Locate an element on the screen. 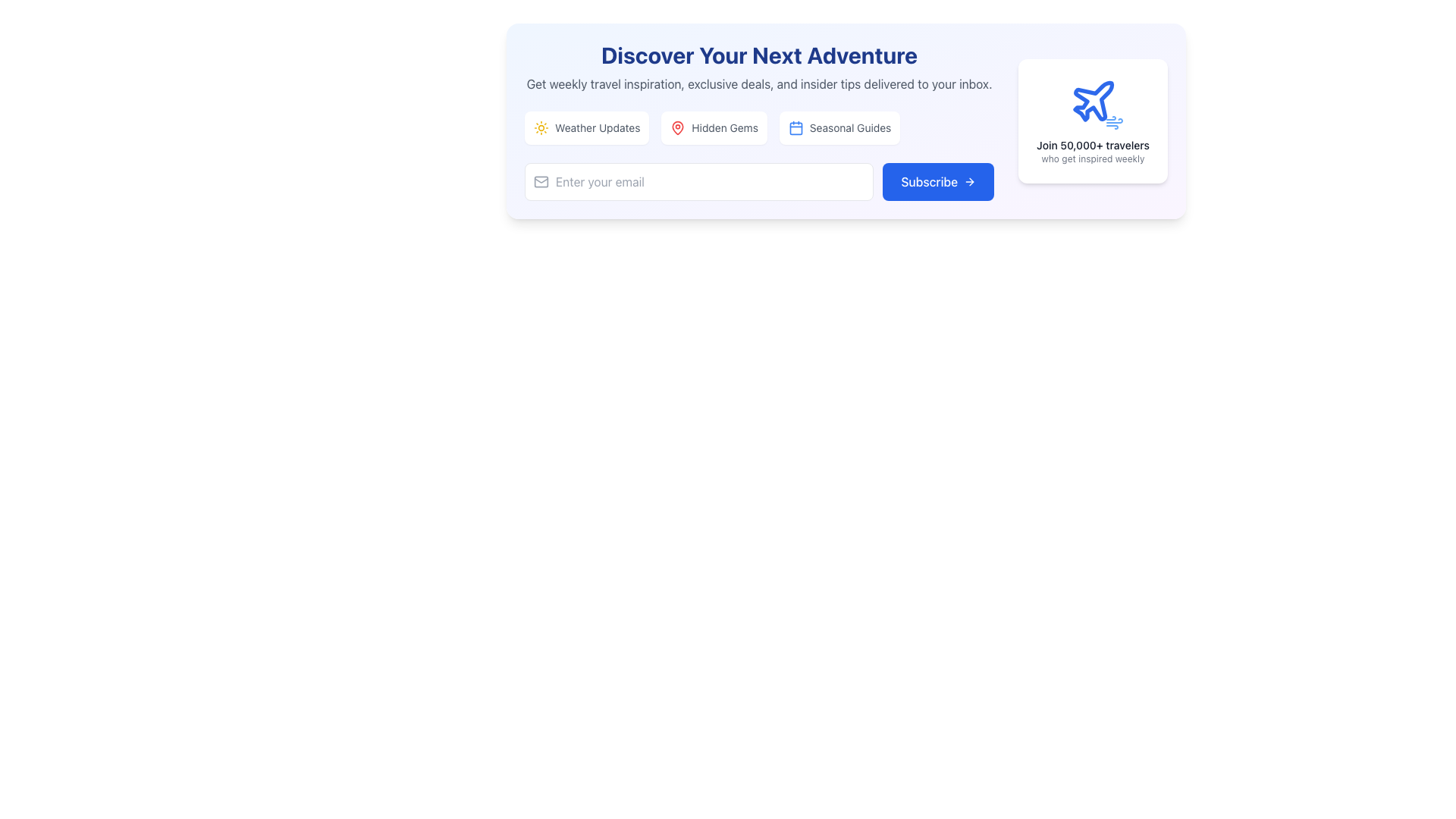 This screenshot has height=819, width=1456. the email icon located inside the left edge of the input field, which visually signifies the input's purpose as being related to email is located at coordinates (541, 180).